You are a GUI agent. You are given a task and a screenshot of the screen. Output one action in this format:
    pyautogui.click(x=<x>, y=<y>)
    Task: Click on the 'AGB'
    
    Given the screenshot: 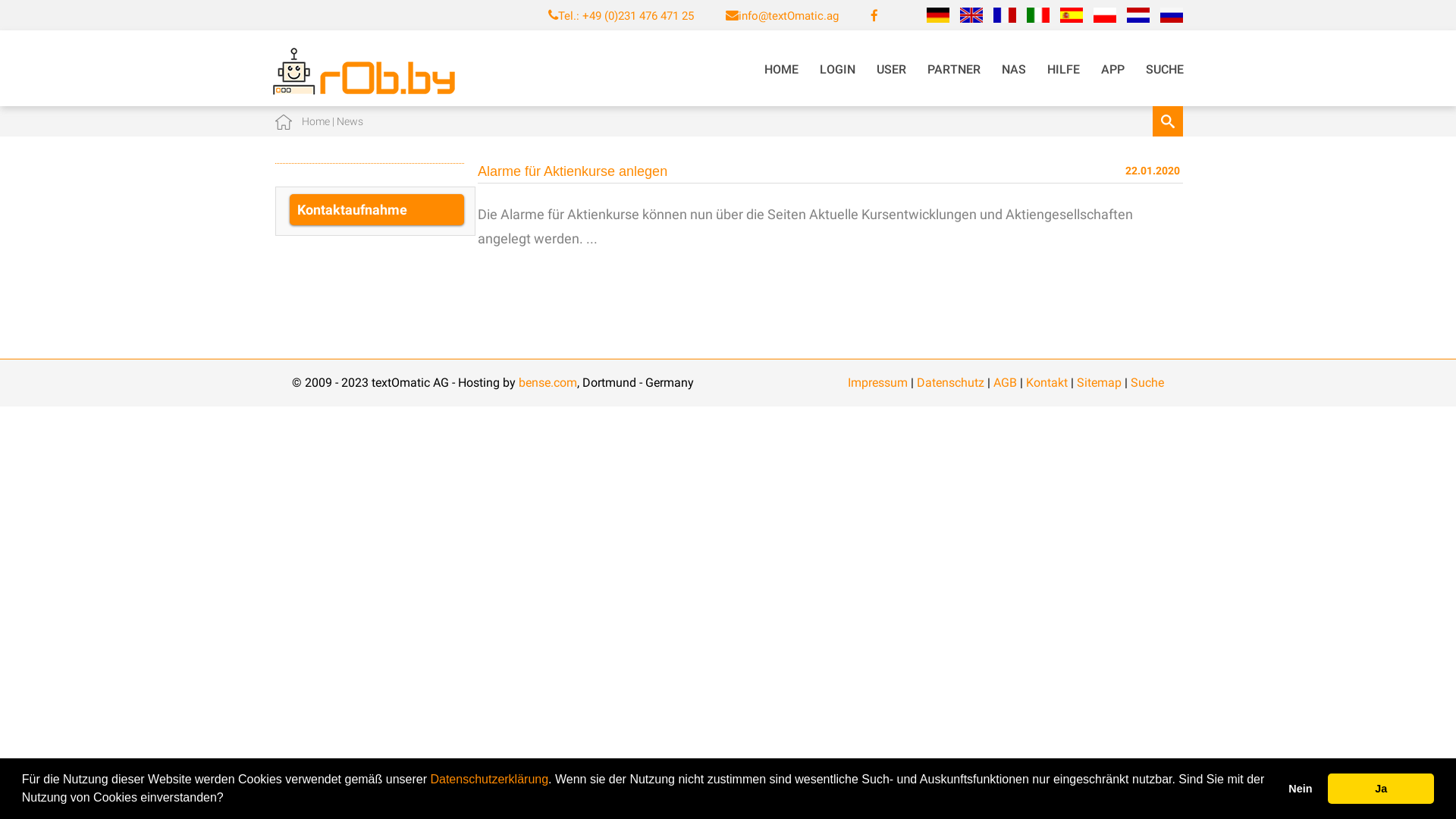 What is the action you would take?
    pyautogui.click(x=1005, y=381)
    